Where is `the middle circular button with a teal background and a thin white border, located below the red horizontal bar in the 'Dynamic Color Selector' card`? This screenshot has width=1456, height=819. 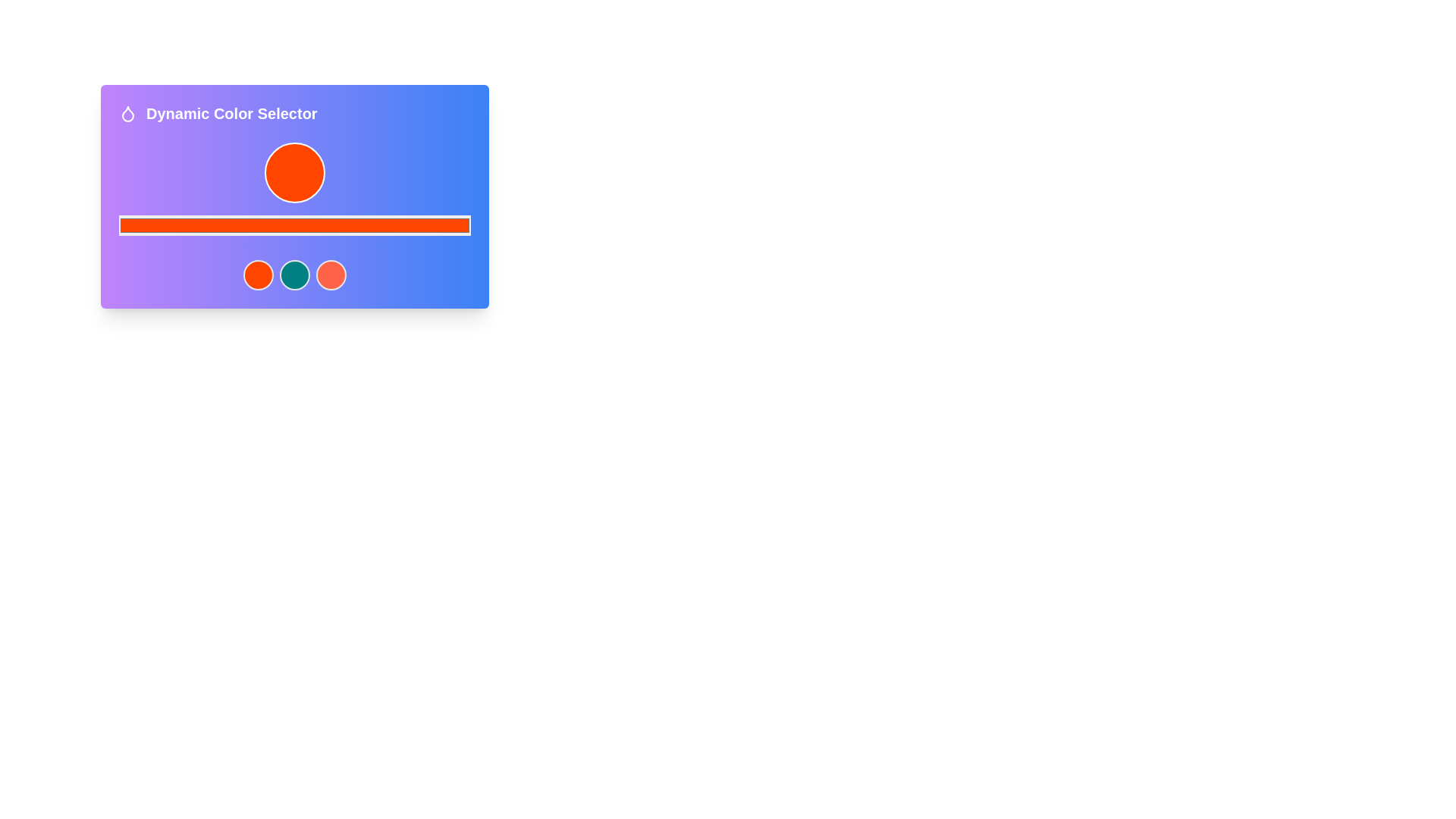 the middle circular button with a teal background and a thin white border, located below the red horizontal bar in the 'Dynamic Color Selector' card is located at coordinates (294, 275).